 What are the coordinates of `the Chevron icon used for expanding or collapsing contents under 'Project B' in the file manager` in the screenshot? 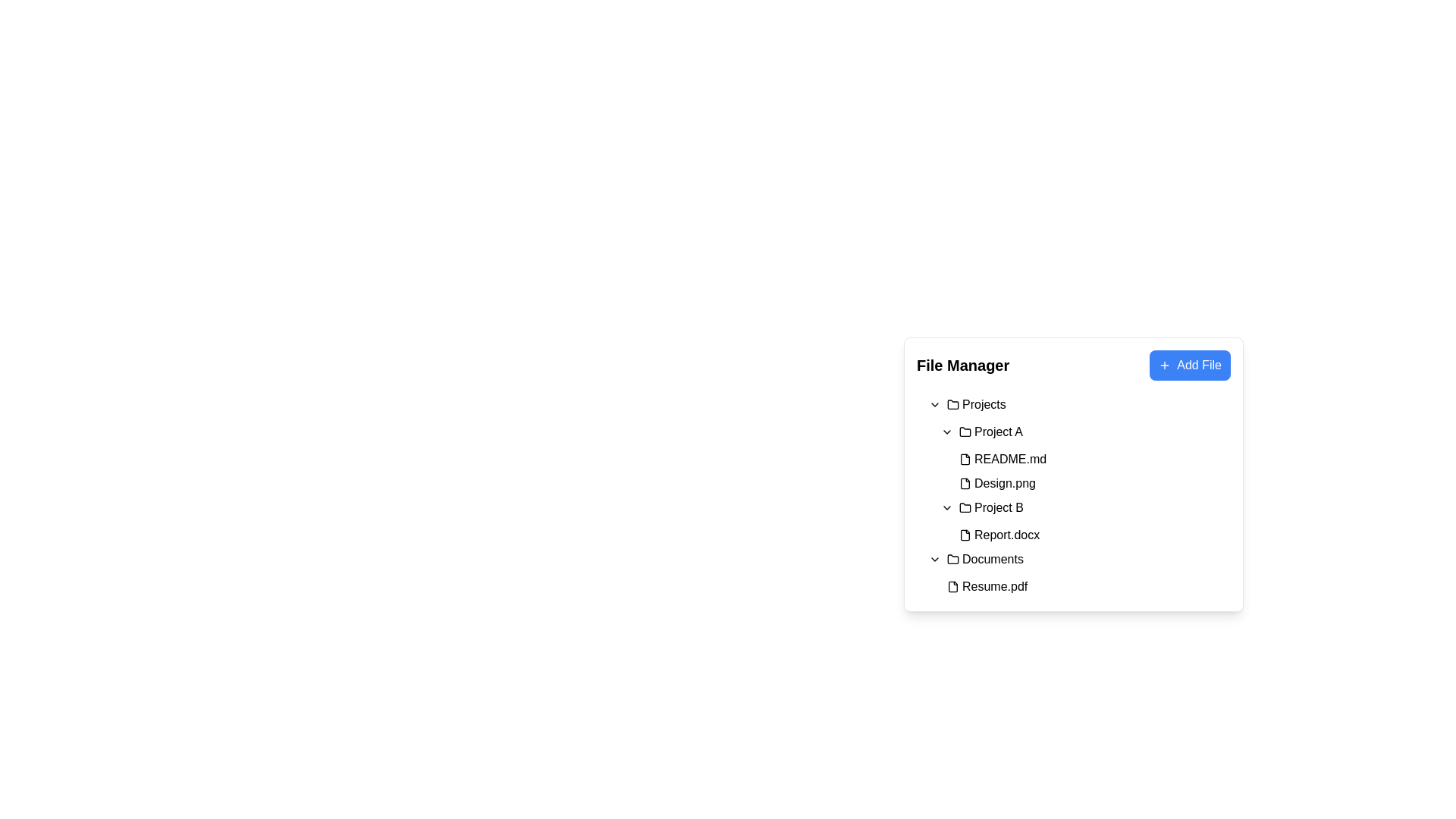 It's located at (946, 508).